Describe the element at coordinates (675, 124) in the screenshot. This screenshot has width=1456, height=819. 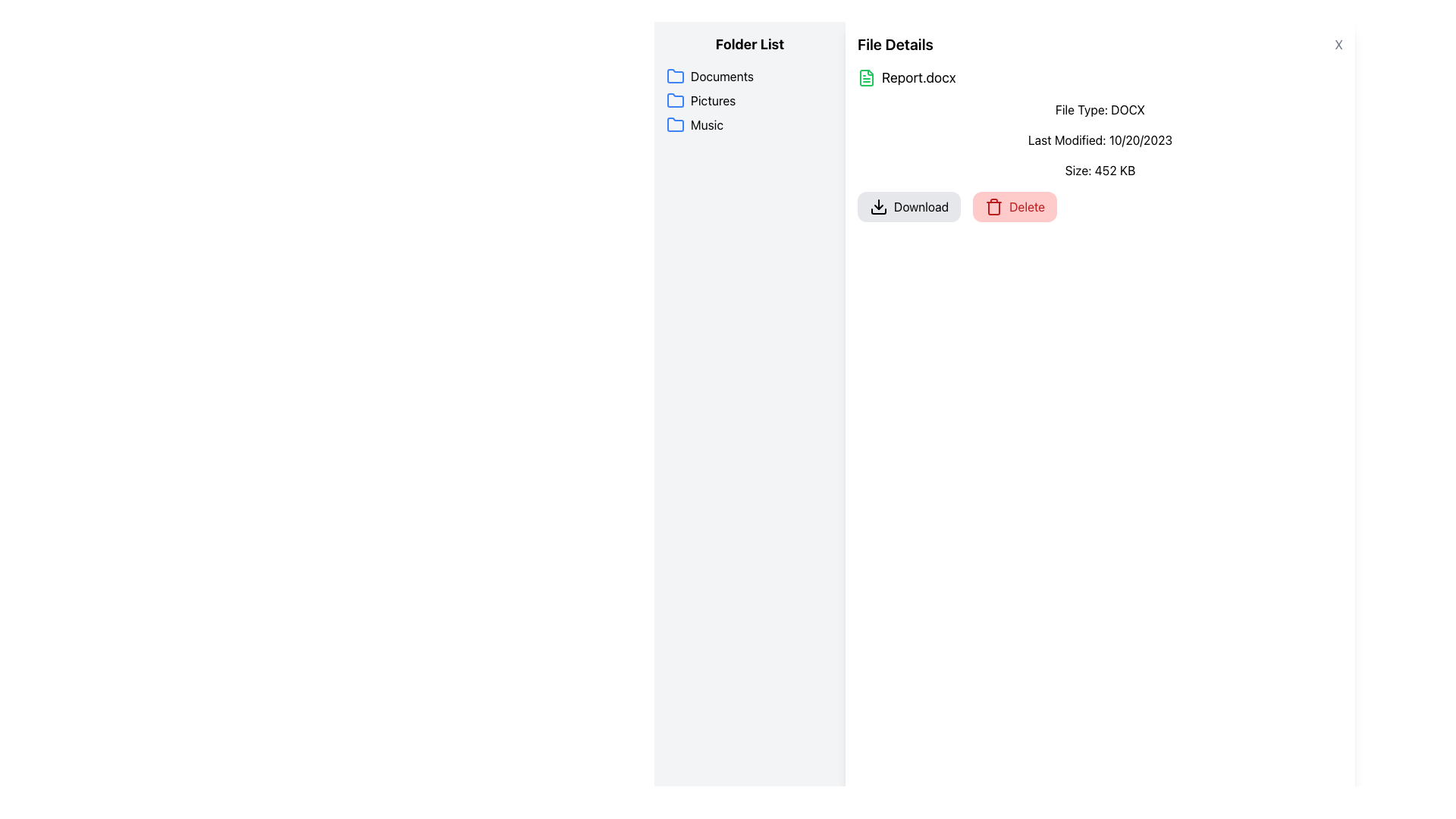
I see `the folder icon in the 'Music' section of the 'Folder List' column` at that location.